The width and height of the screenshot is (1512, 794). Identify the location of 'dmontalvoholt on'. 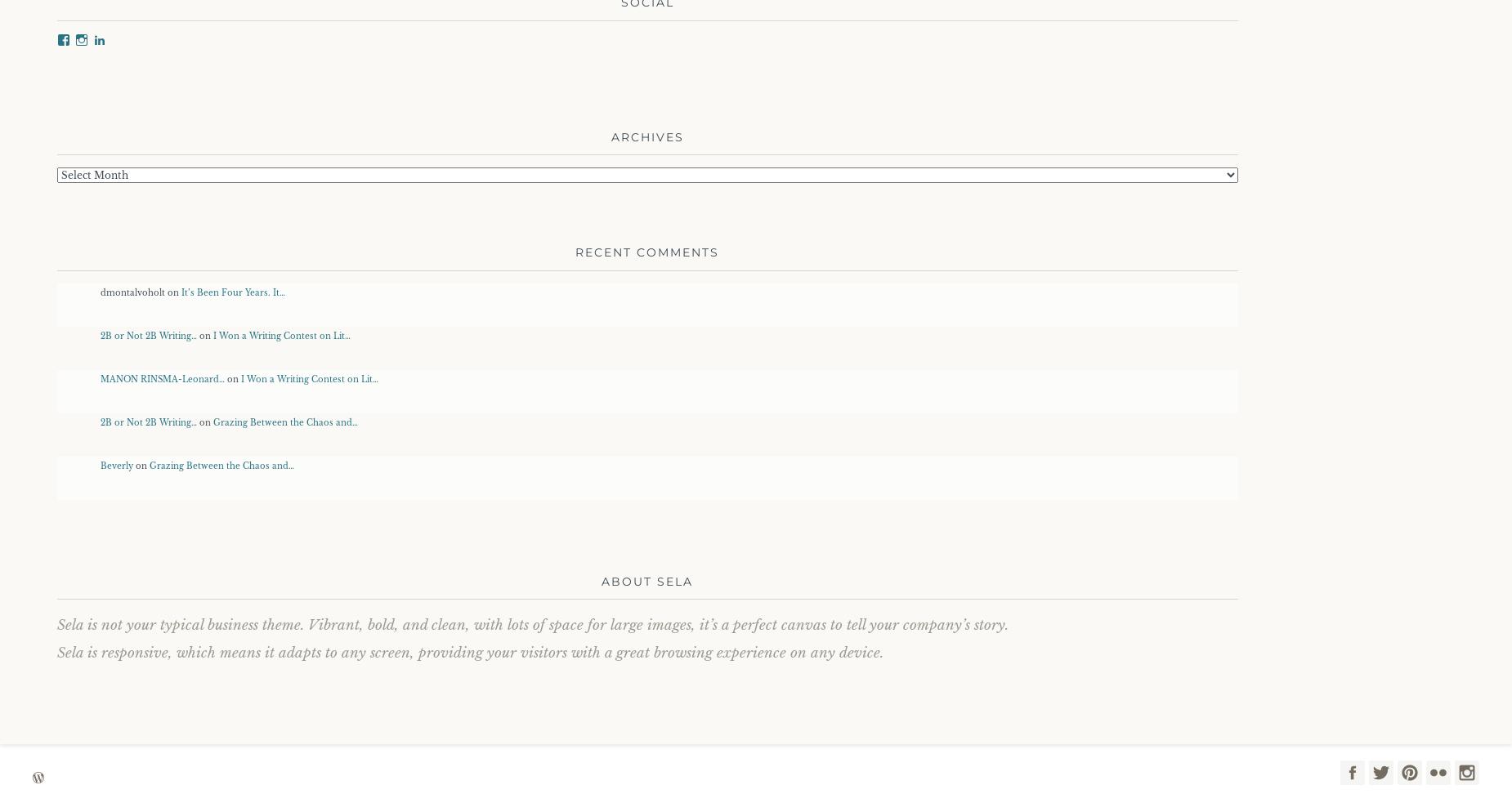
(140, 291).